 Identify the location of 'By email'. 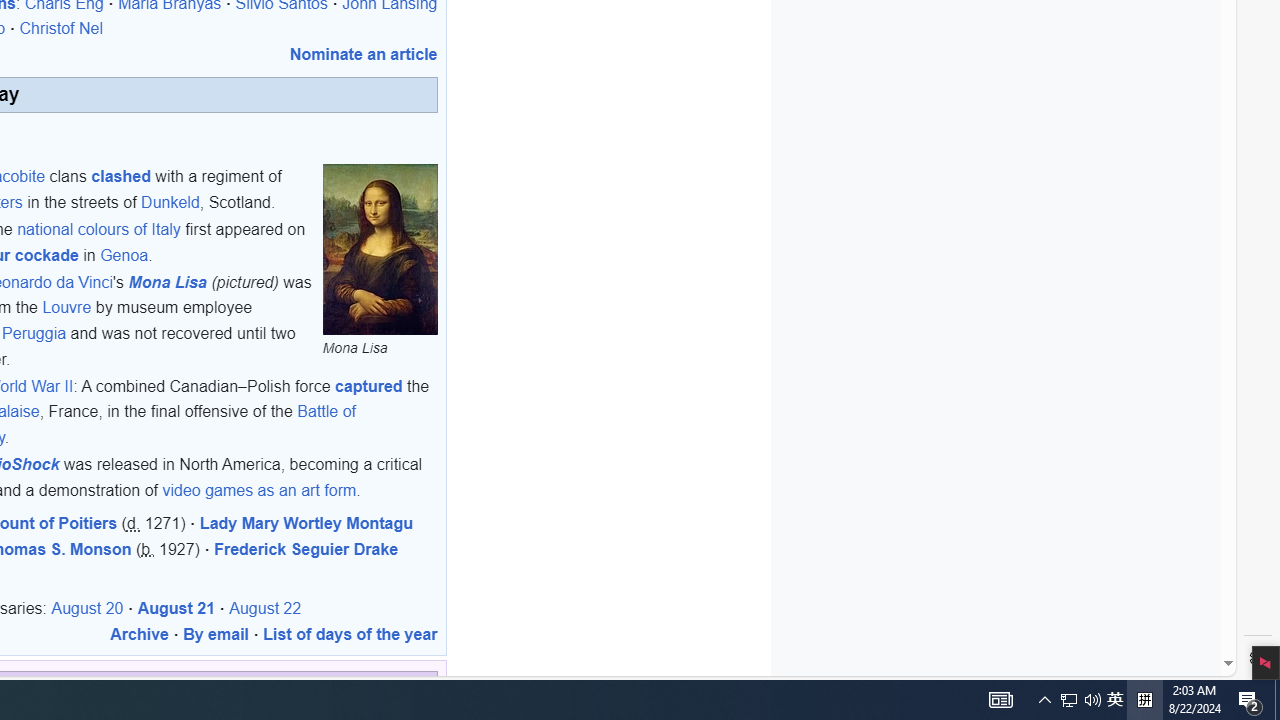
(216, 633).